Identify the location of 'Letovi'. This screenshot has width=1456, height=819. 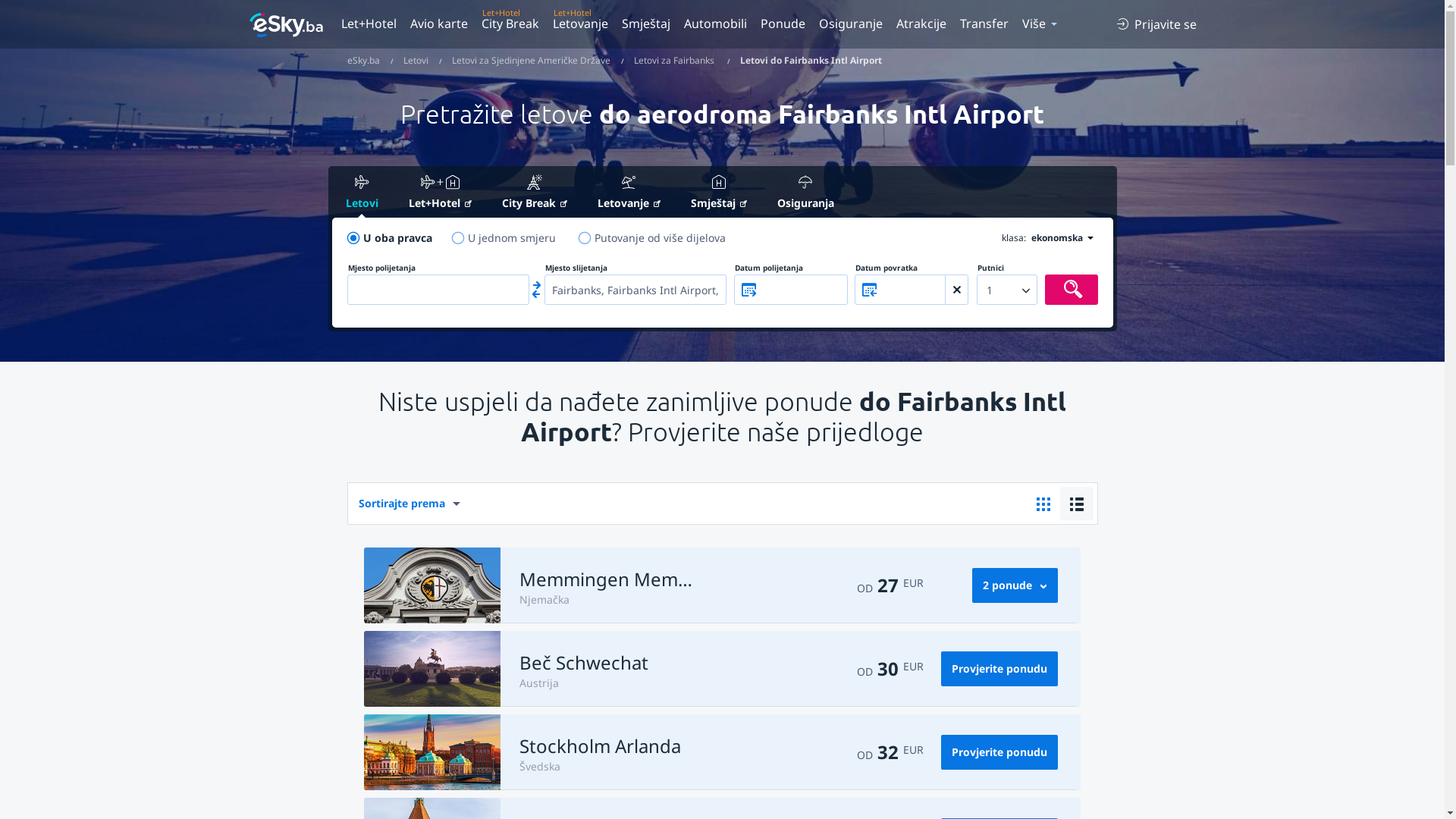
(331, 192).